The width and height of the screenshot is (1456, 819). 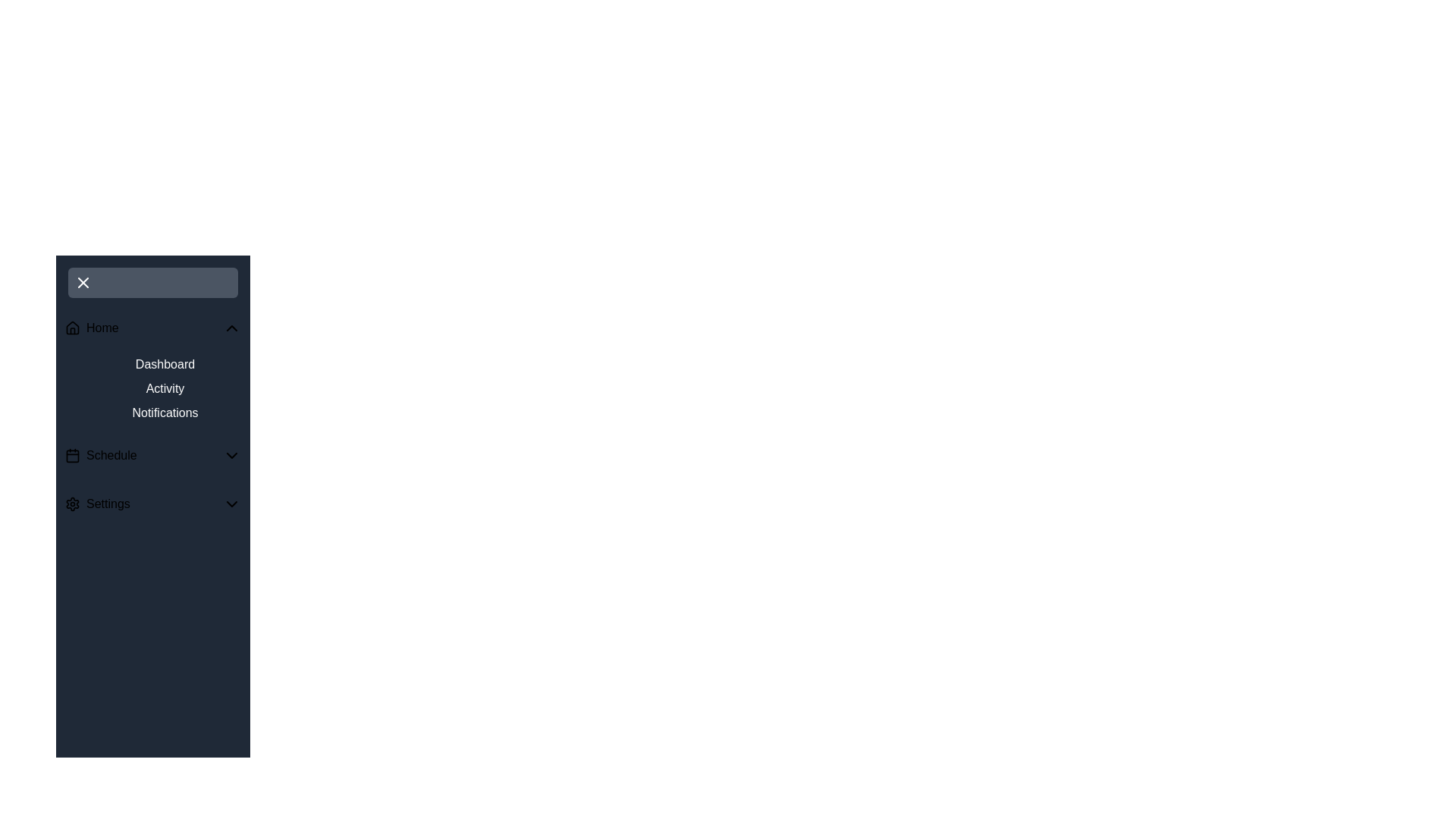 What do you see at coordinates (152, 327) in the screenshot?
I see `the 'Home' menu item located at the top left of the sidebar` at bounding box center [152, 327].